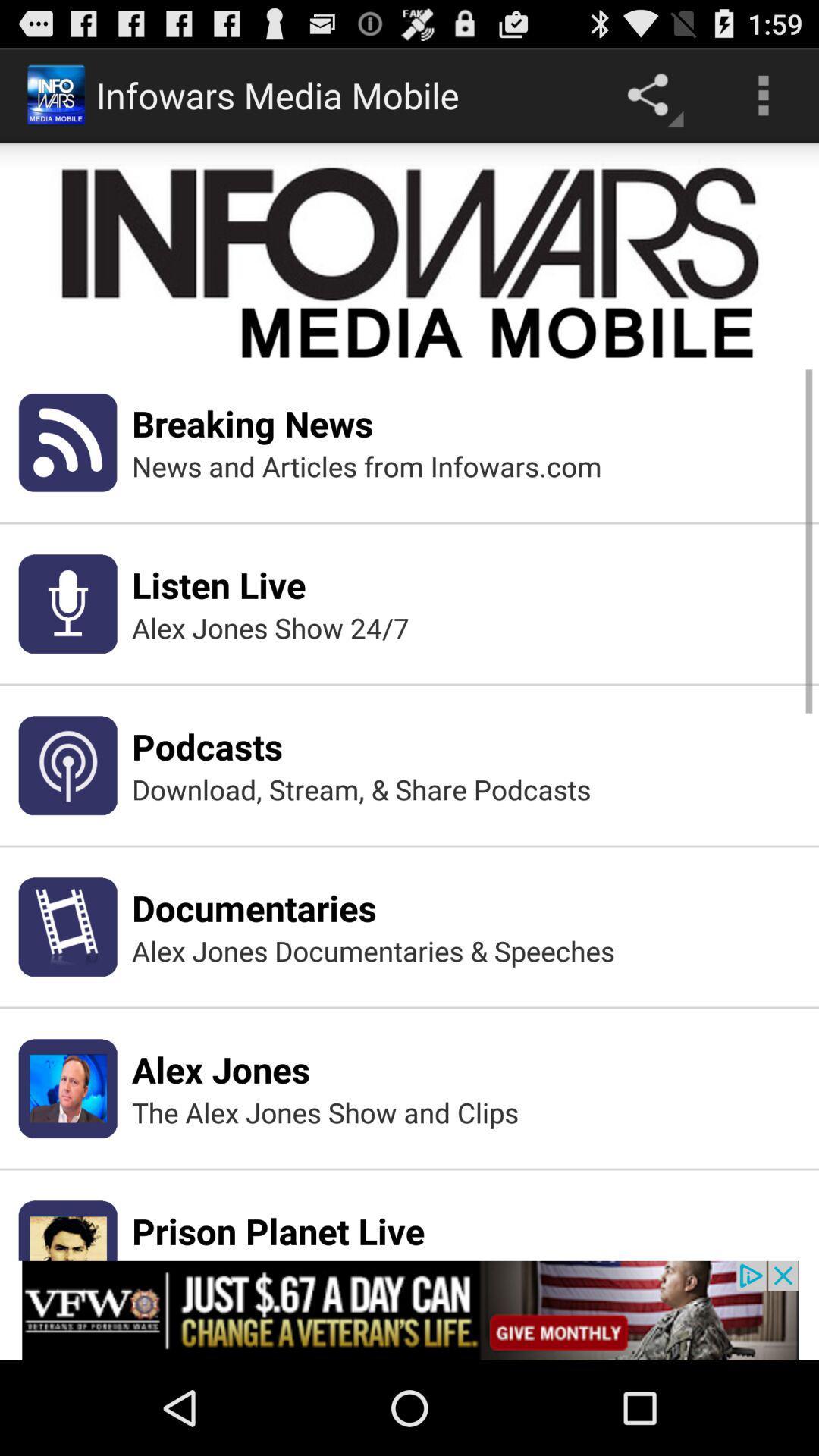 This screenshot has width=819, height=1456. I want to click on icon before alex jones, so click(67, 1087).